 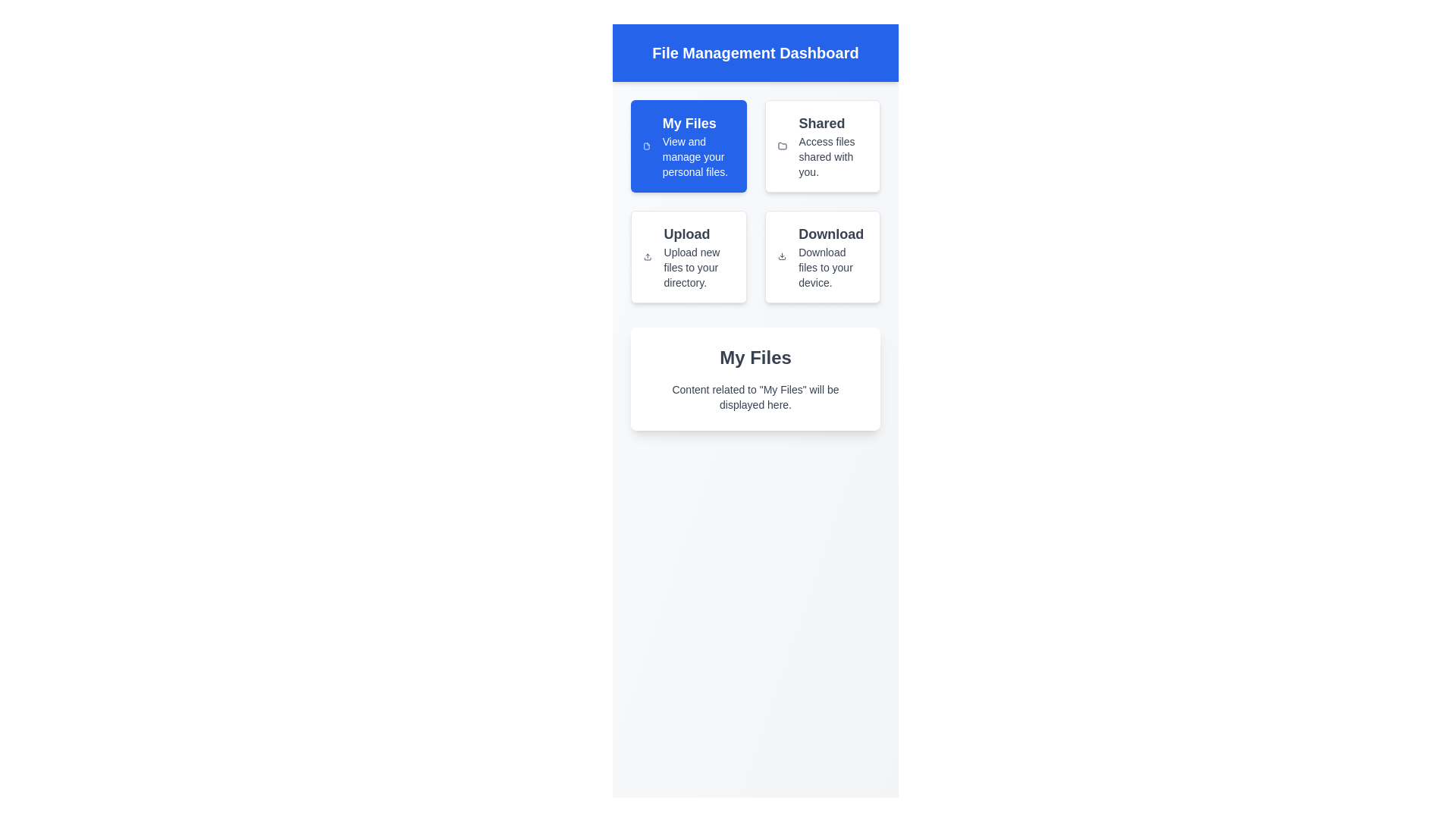 I want to click on prominent heading text 'My Files', which is styled in a larger font size and located below the 'File Management Dashboard' heading, so click(x=755, y=357).